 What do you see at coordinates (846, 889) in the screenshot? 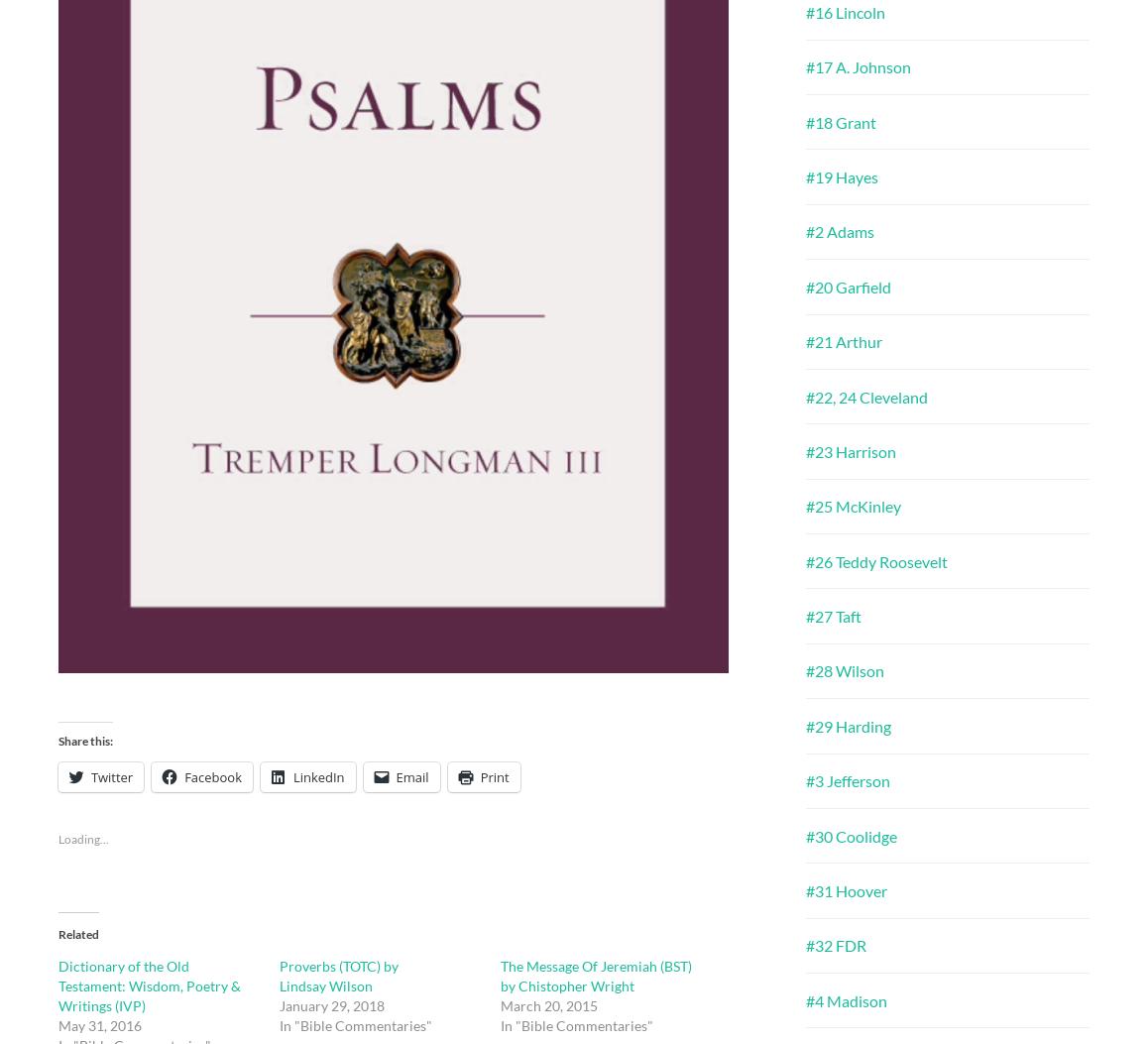
I see `'#31 Hoover'` at bounding box center [846, 889].